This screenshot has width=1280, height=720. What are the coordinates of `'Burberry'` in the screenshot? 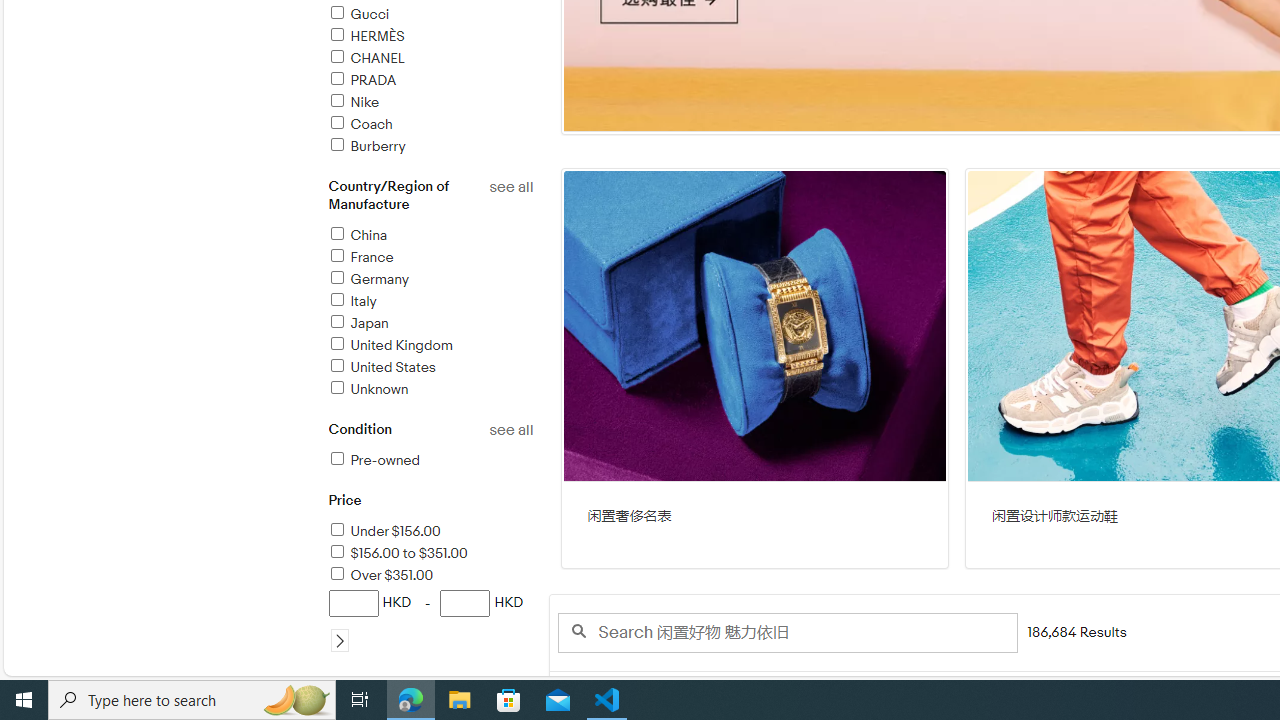 It's located at (366, 145).